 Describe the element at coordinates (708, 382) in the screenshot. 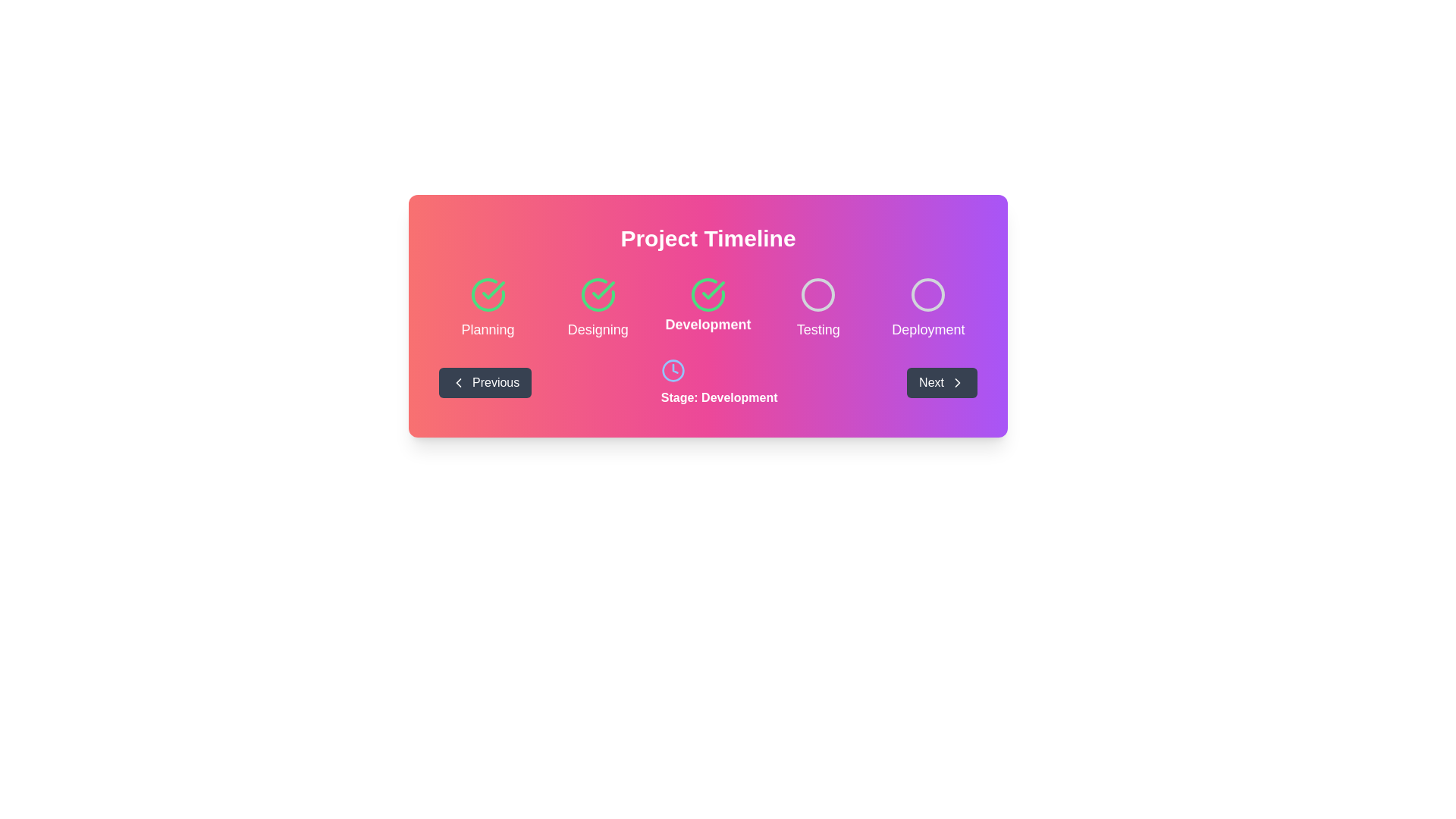

I see `the navigation bar located in the lower section of the 'Project Timeline' card` at that location.